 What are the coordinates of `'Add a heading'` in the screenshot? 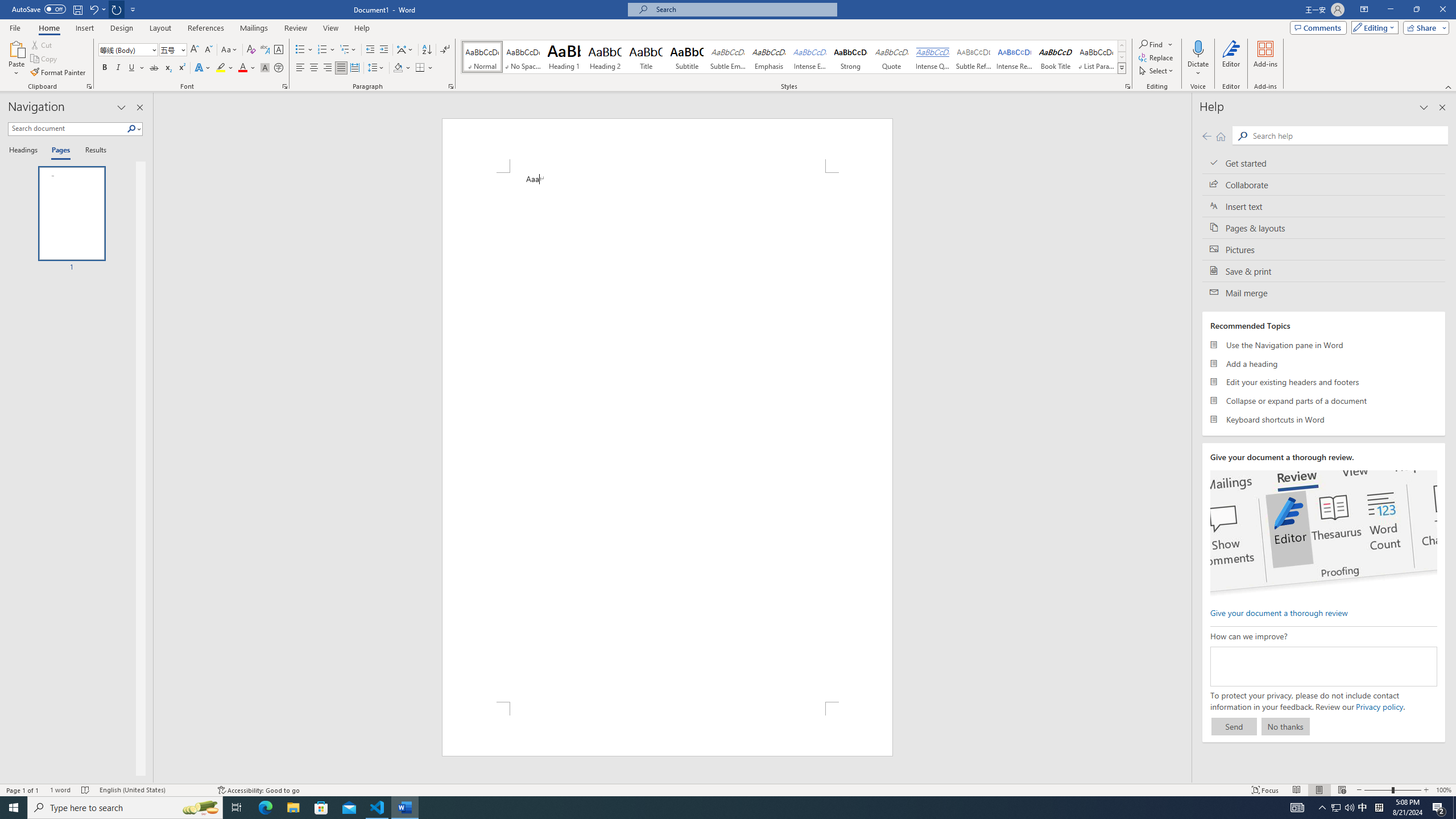 It's located at (1323, 363).